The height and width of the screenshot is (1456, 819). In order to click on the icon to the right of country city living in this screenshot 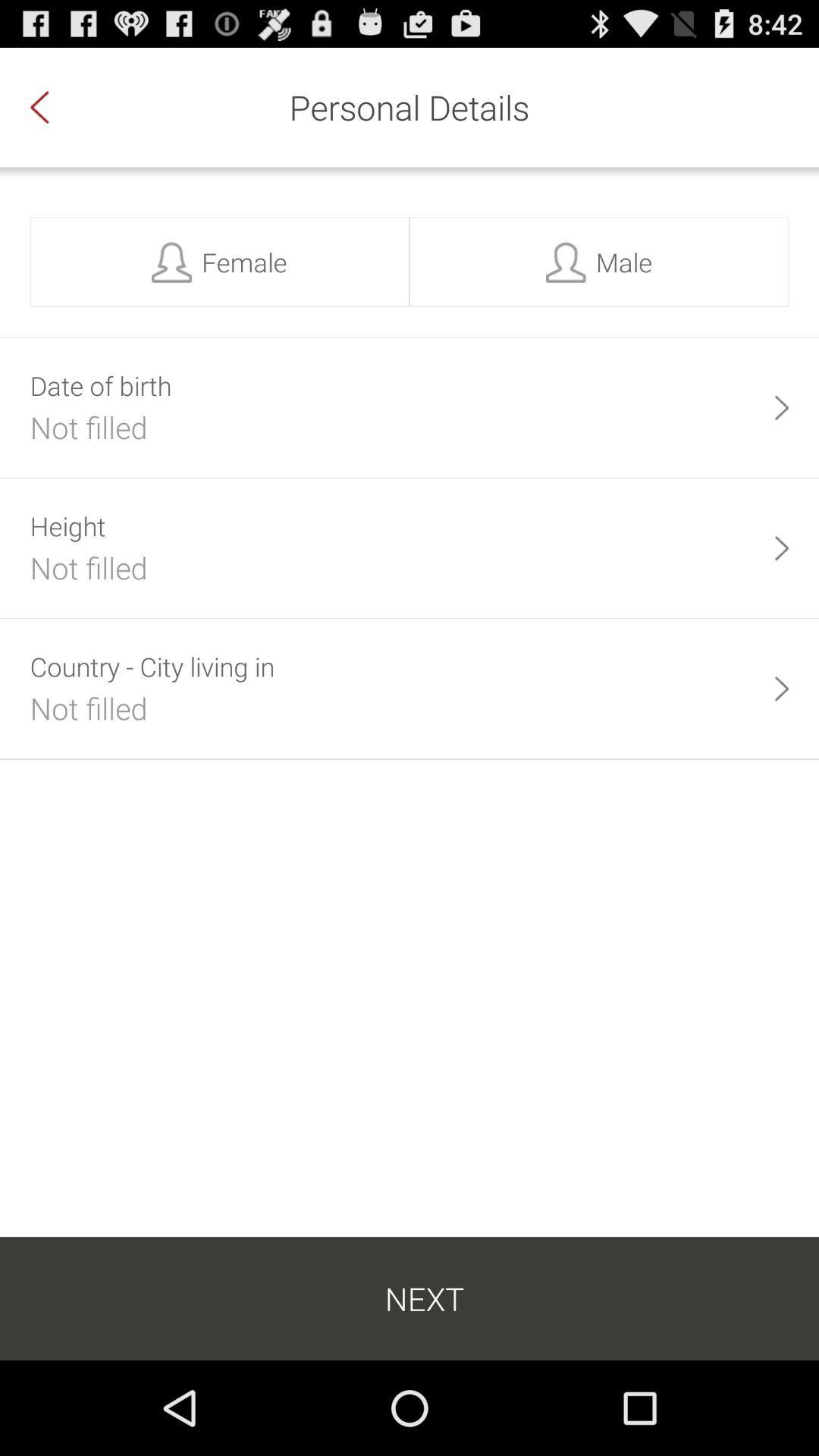, I will do `click(781, 688)`.